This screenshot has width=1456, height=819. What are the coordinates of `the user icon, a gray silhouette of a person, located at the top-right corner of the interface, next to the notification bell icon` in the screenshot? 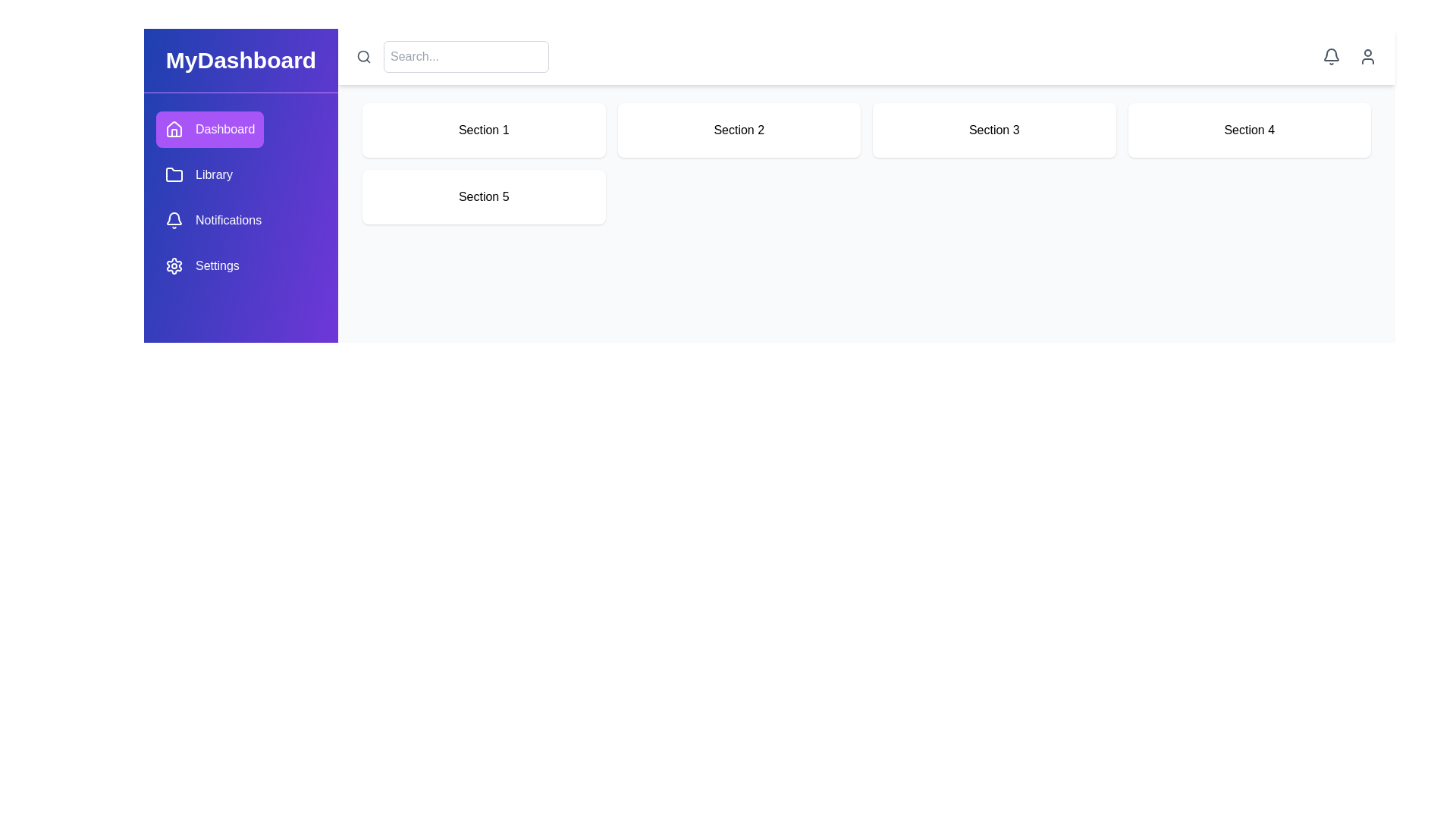 It's located at (1368, 55).